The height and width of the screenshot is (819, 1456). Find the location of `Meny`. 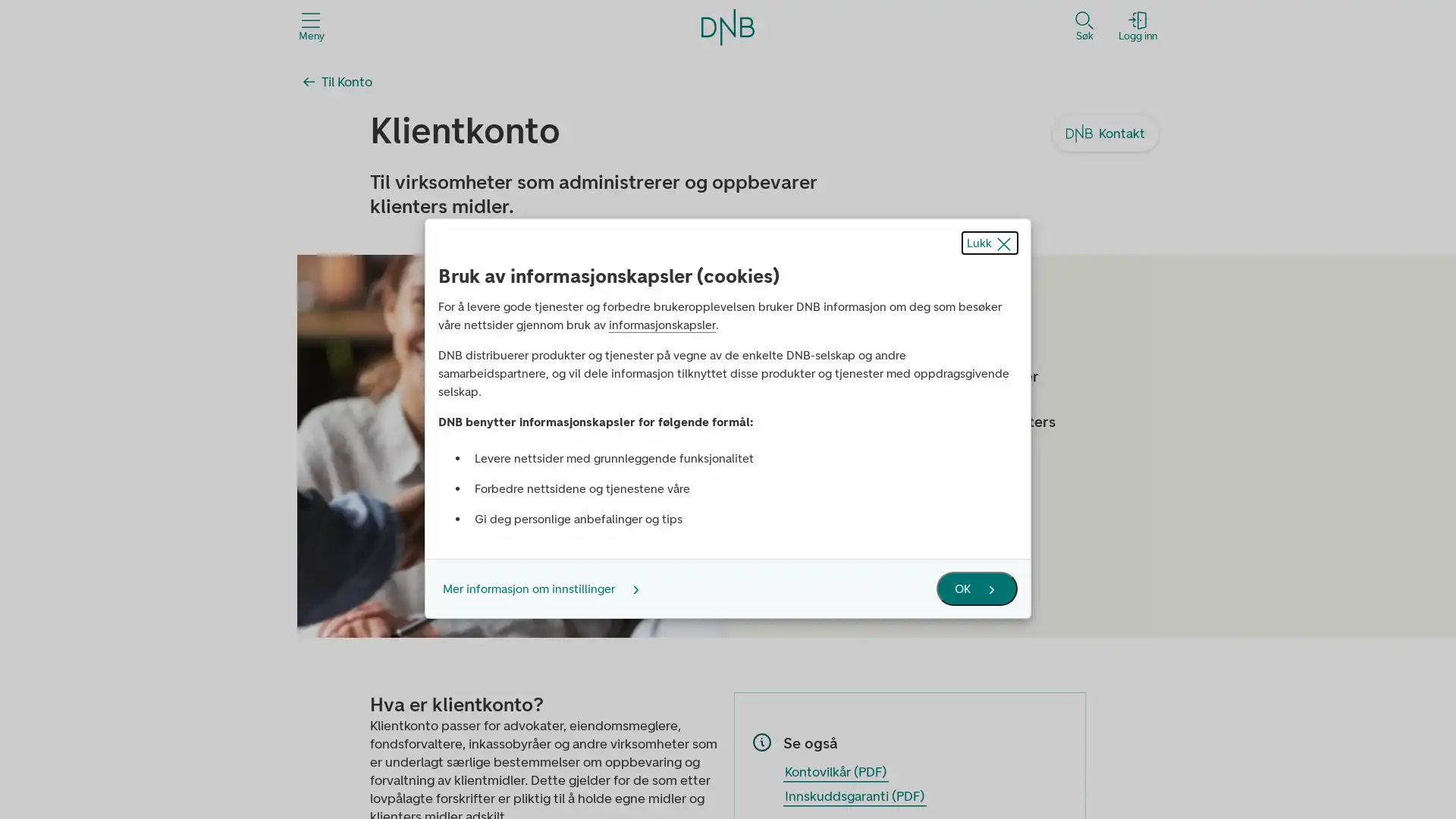

Meny is located at coordinates (310, 26).